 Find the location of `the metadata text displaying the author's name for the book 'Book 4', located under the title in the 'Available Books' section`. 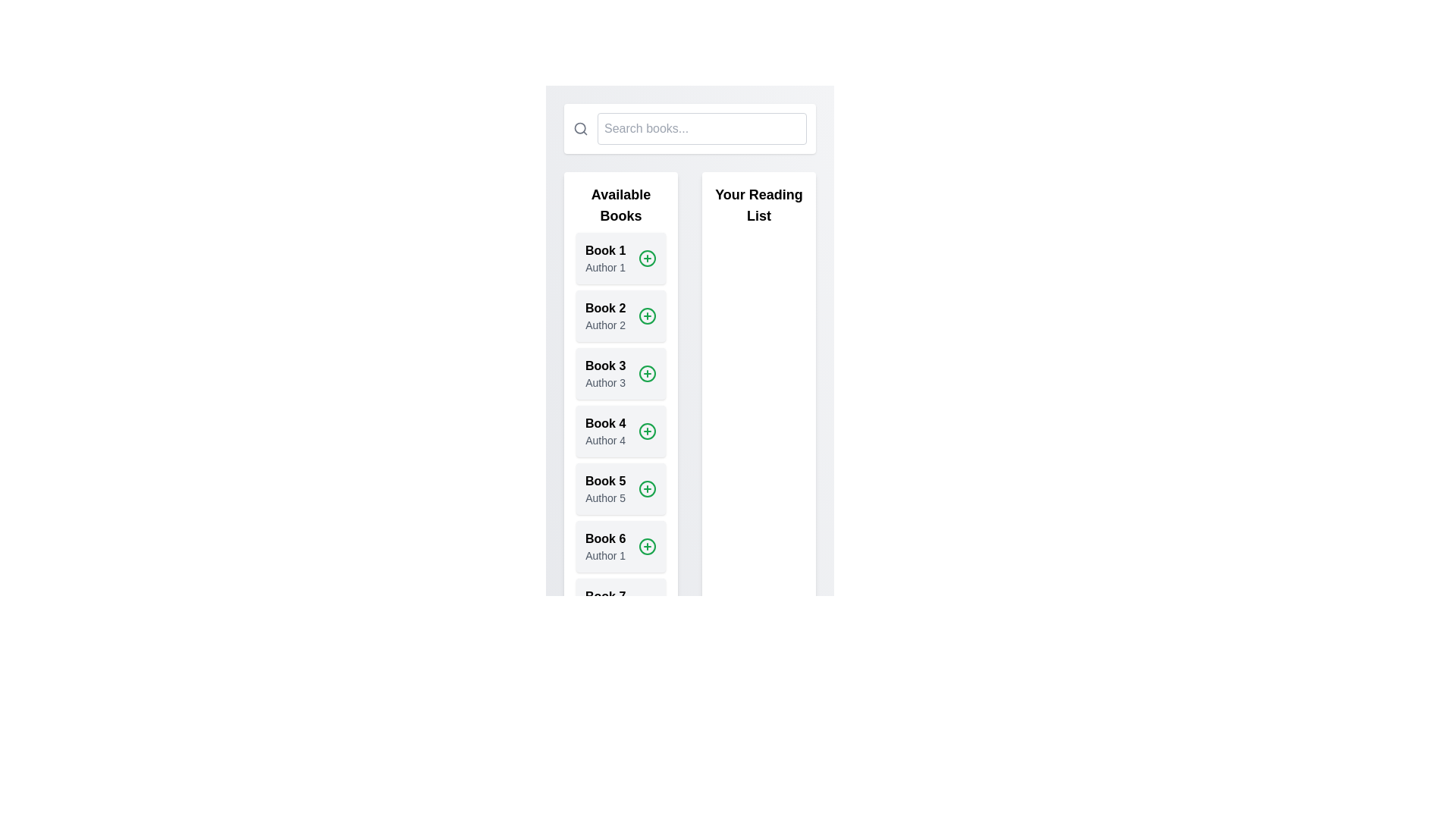

the metadata text displaying the author's name for the book 'Book 4', located under the title in the 'Available Books' section is located at coordinates (604, 441).